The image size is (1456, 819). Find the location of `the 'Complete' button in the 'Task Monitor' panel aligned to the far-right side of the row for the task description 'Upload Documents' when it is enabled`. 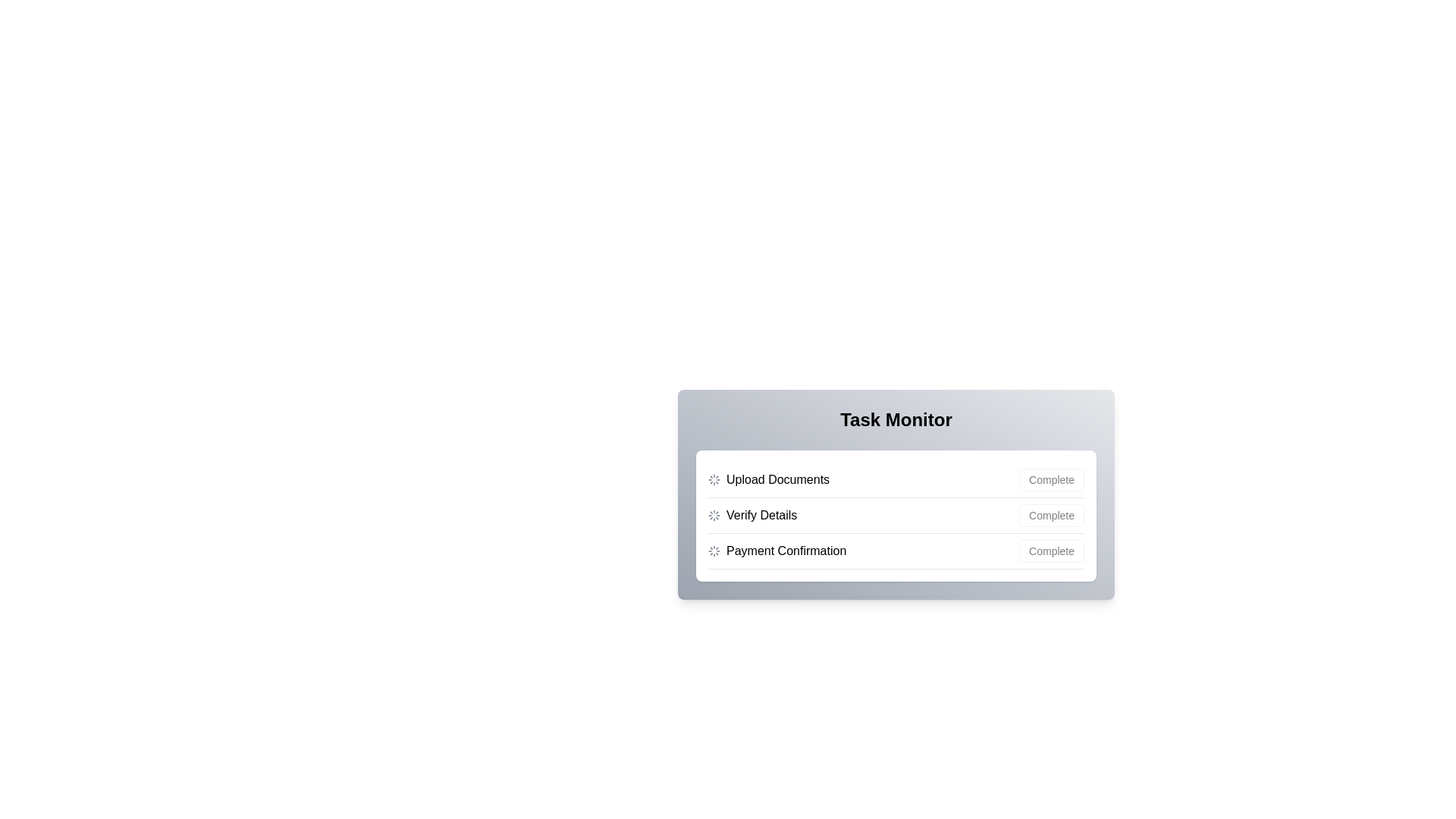

the 'Complete' button in the 'Task Monitor' panel aligned to the far-right side of the row for the task description 'Upload Documents' when it is enabled is located at coordinates (1051, 479).